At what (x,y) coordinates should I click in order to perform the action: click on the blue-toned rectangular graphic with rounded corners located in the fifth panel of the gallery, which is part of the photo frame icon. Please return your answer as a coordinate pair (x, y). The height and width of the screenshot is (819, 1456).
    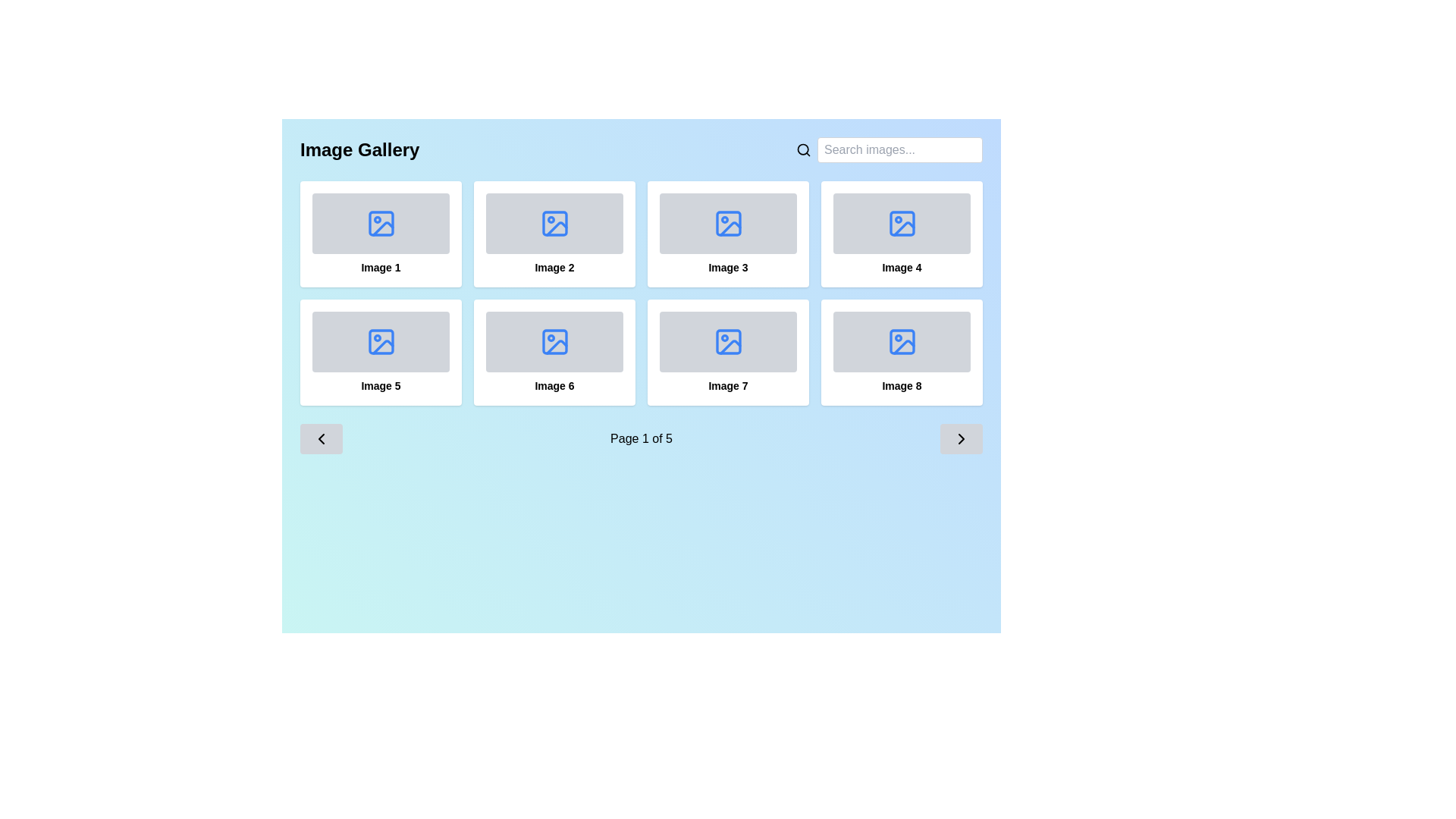
    Looking at the image, I should click on (381, 342).